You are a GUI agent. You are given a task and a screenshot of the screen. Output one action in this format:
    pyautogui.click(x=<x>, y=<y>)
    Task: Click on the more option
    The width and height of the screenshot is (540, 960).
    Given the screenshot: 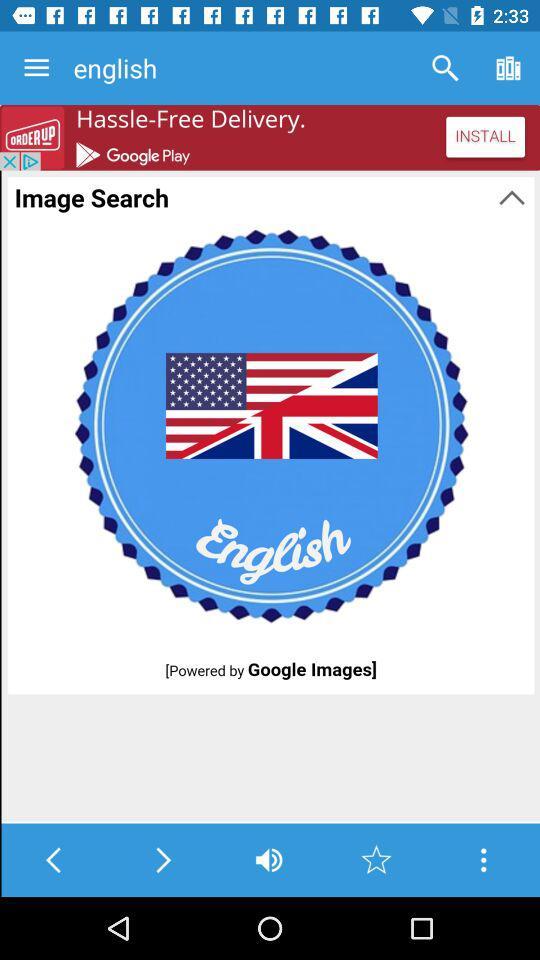 What is the action you would take?
    pyautogui.click(x=482, y=859)
    